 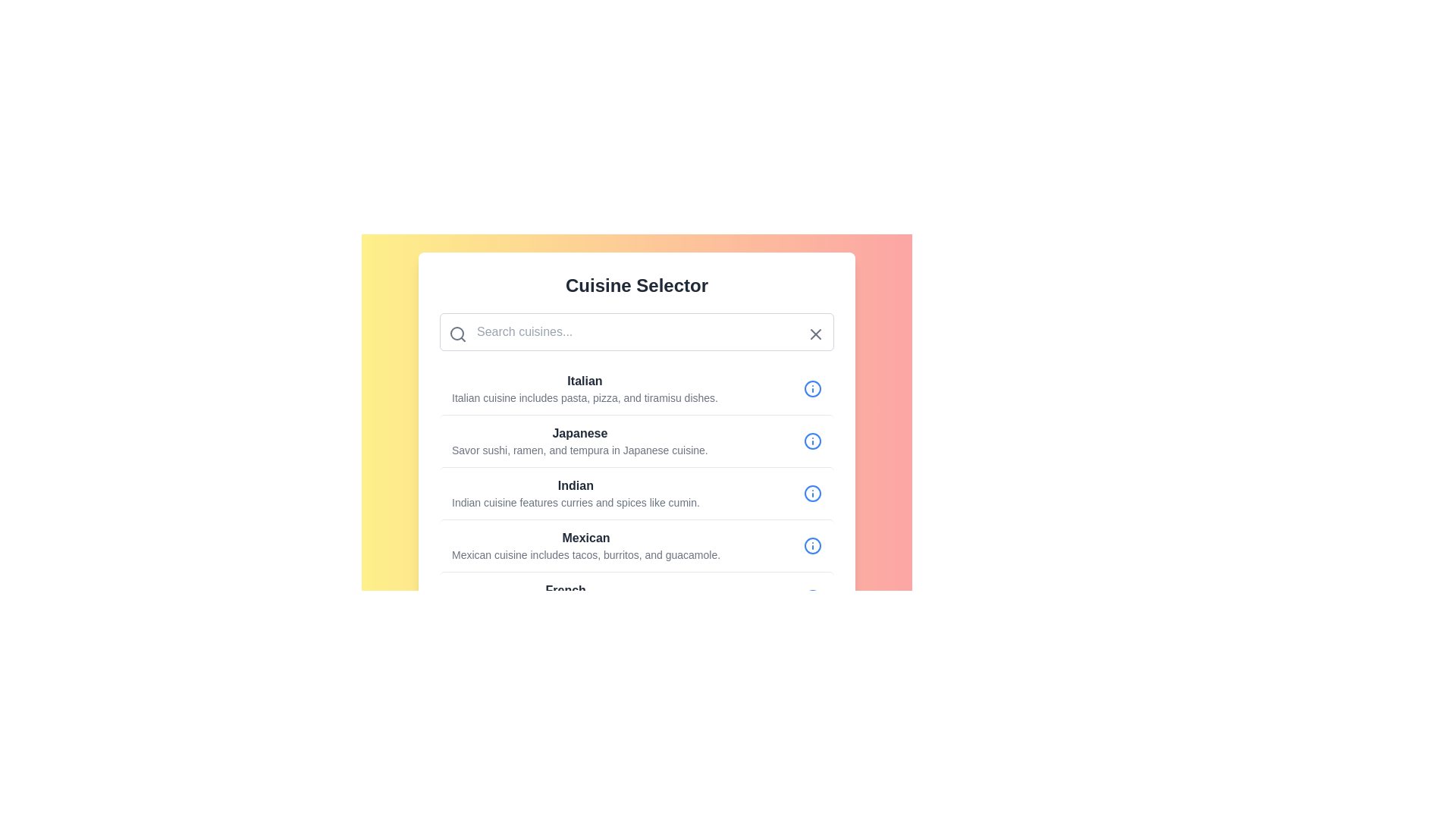 What do you see at coordinates (584, 388) in the screenshot?
I see `text of the Italian cuisine menu item located in the first row of the list within the 'Cuisine Selector' panel, positioned above the 'Japanese' text and below the search bar` at bounding box center [584, 388].